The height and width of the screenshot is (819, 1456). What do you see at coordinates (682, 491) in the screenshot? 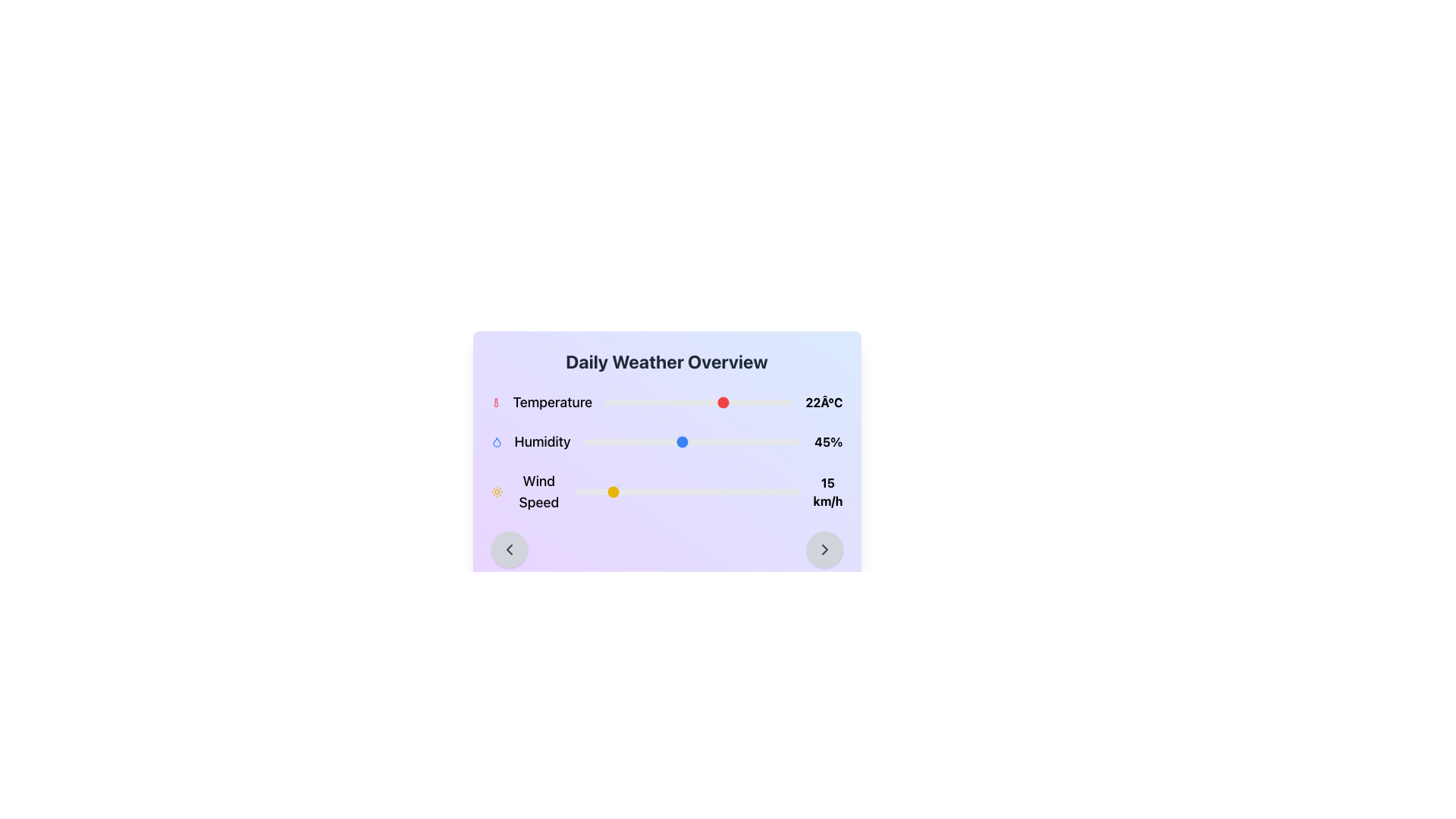
I see `the wind speed` at bounding box center [682, 491].